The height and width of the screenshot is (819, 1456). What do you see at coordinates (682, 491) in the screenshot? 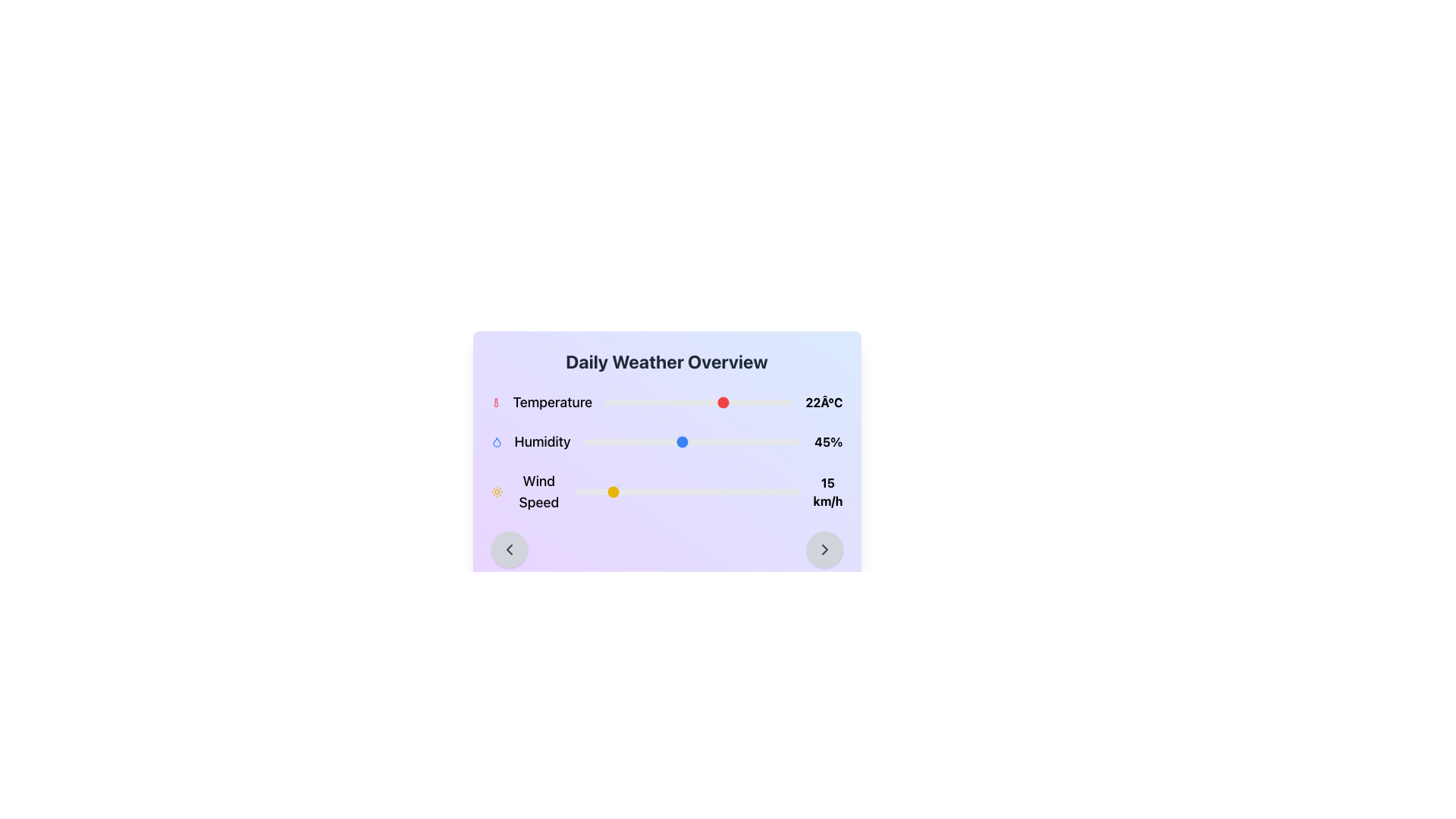
I see `the wind speed` at bounding box center [682, 491].